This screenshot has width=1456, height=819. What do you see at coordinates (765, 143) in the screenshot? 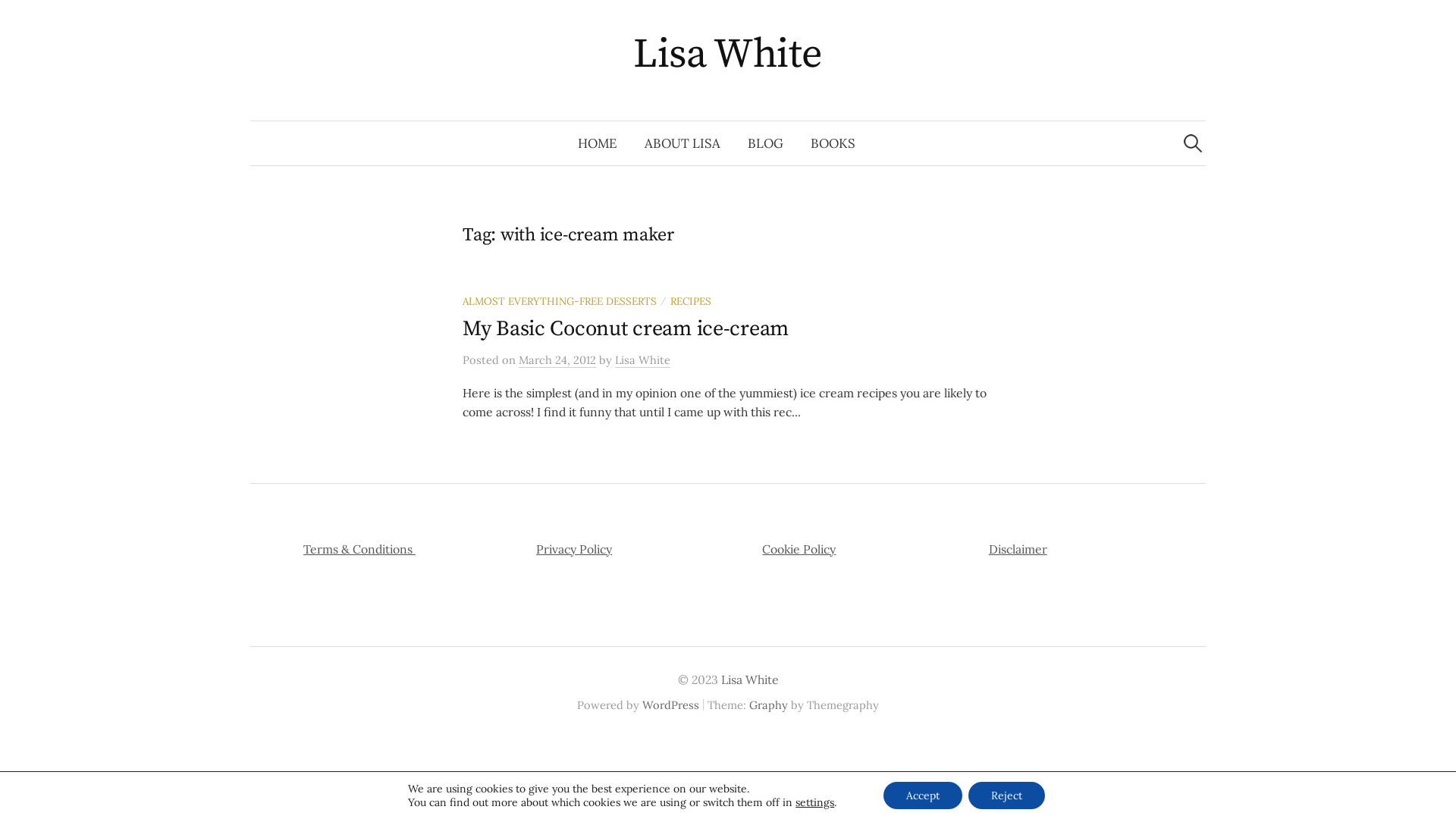
I see `'BLOG'` at bounding box center [765, 143].